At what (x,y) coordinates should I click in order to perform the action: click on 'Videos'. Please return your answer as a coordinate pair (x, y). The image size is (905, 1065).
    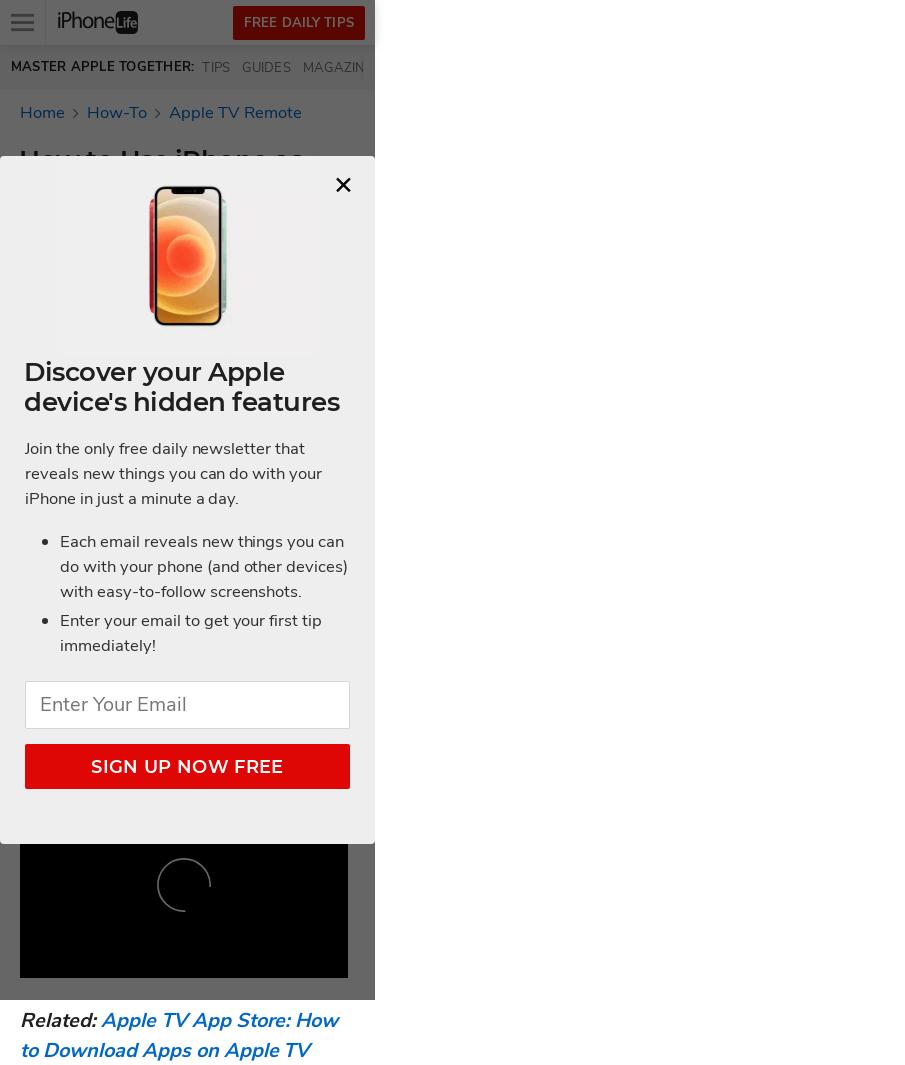
    Looking at the image, I should click on (597, 66).